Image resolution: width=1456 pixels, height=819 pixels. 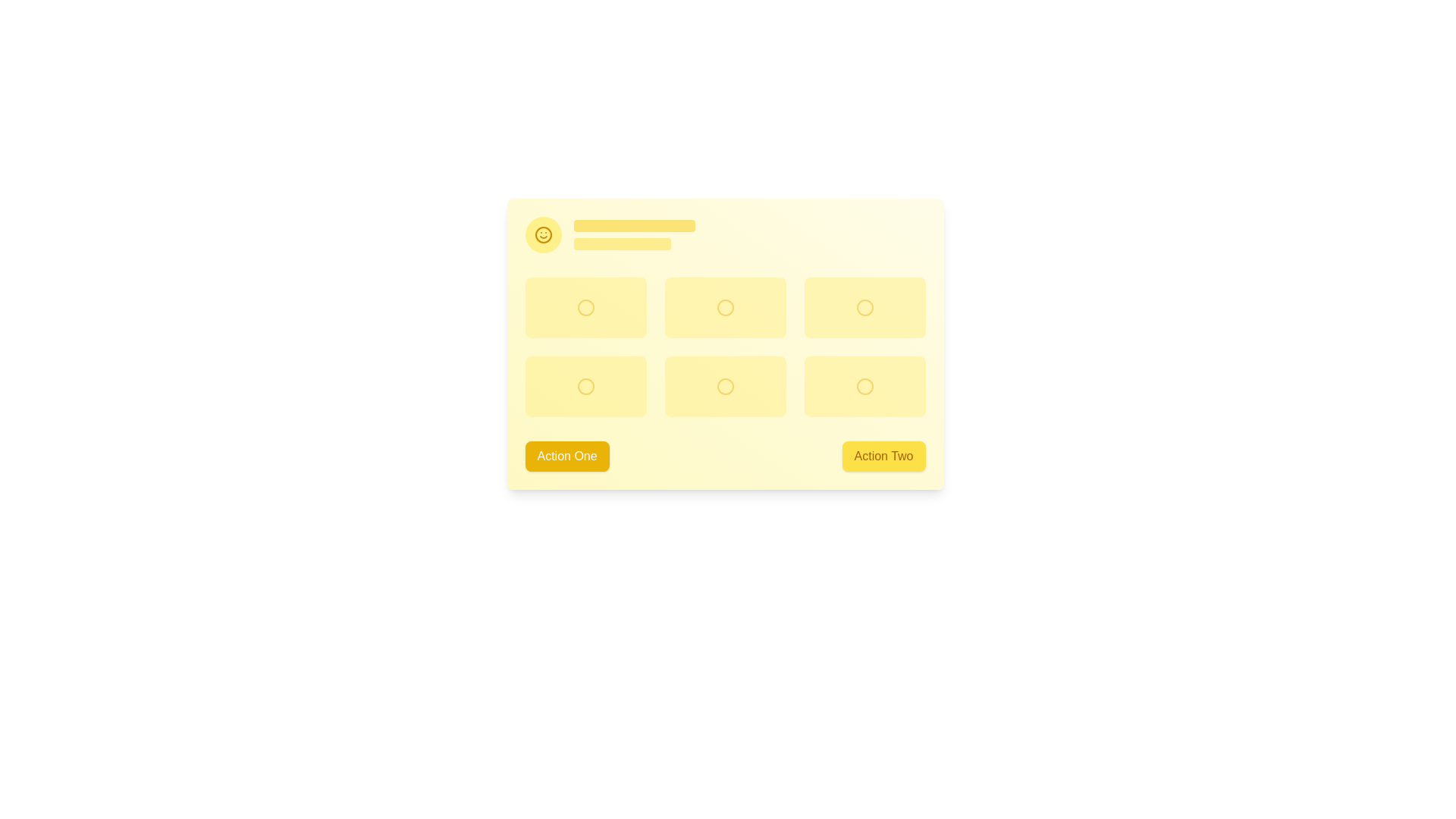 I want to click on the rectangular button with rounded corners, yellow background, and white text reading 'Action One', so click(x=566, y=455).